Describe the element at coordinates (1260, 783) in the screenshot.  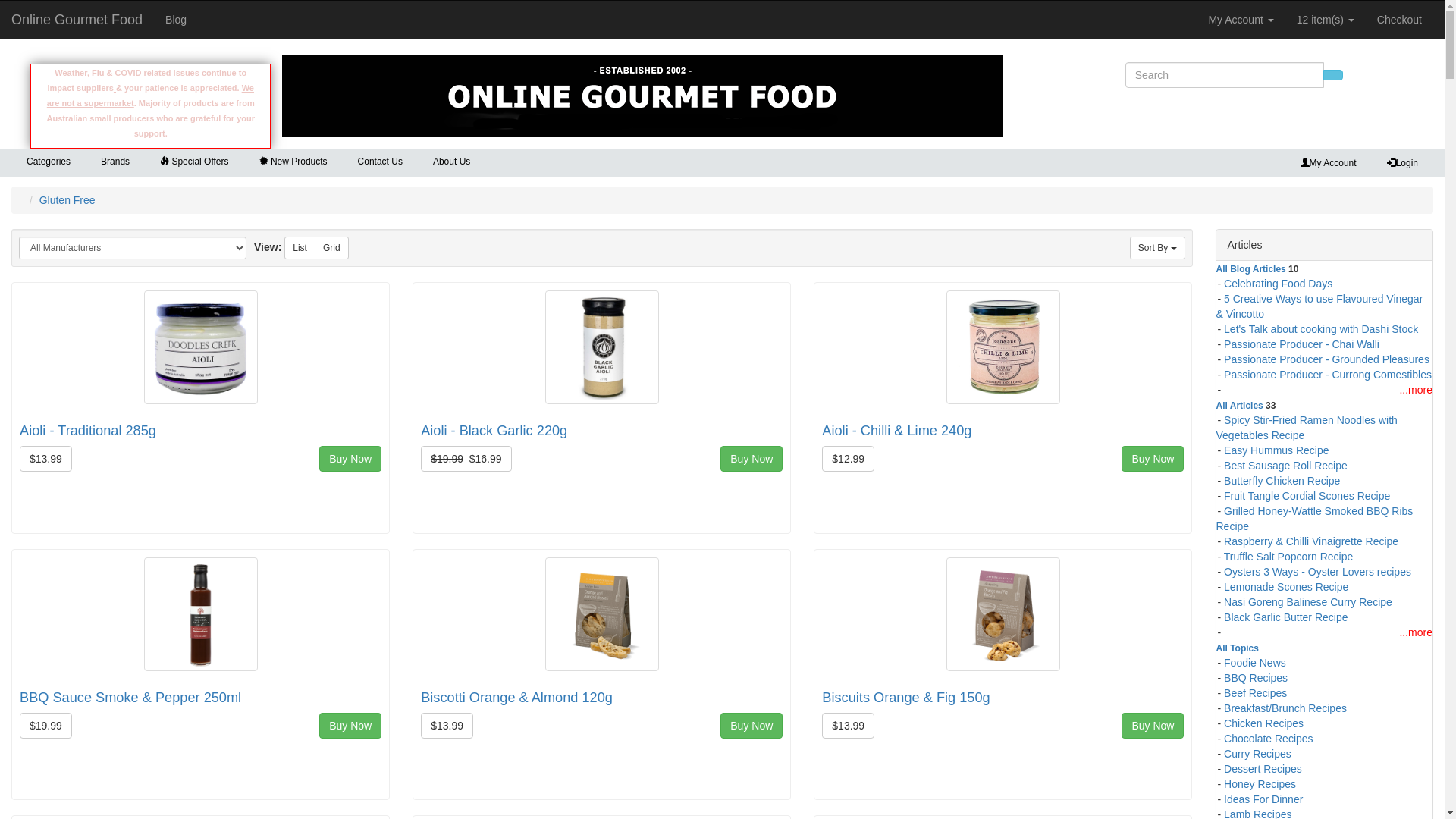
I see `'Honey Recipes'` at that location.